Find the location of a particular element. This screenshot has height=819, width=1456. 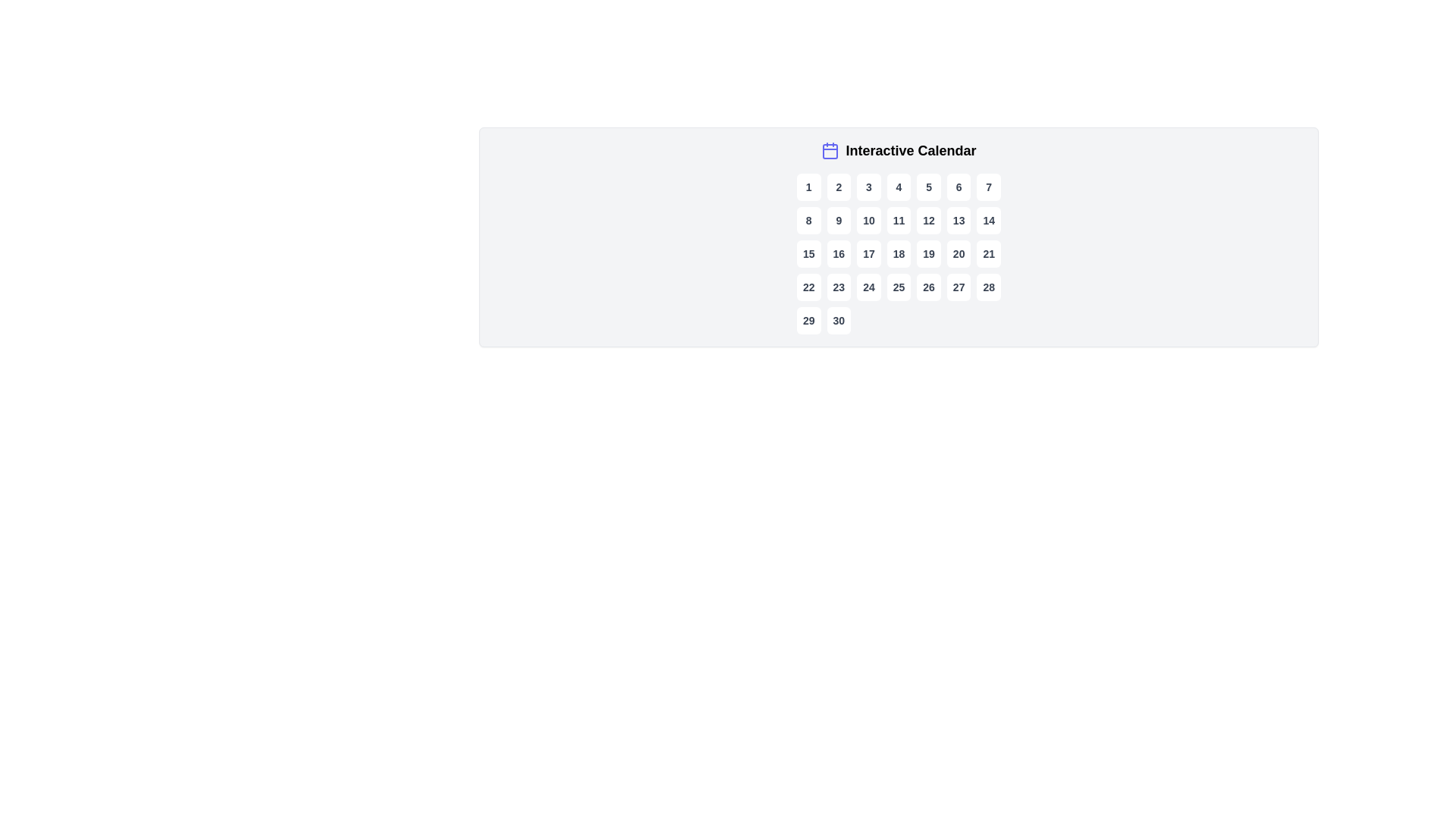

the square-shaped button with a white background and black text displaying '13' is located at coordinates (958, 220).